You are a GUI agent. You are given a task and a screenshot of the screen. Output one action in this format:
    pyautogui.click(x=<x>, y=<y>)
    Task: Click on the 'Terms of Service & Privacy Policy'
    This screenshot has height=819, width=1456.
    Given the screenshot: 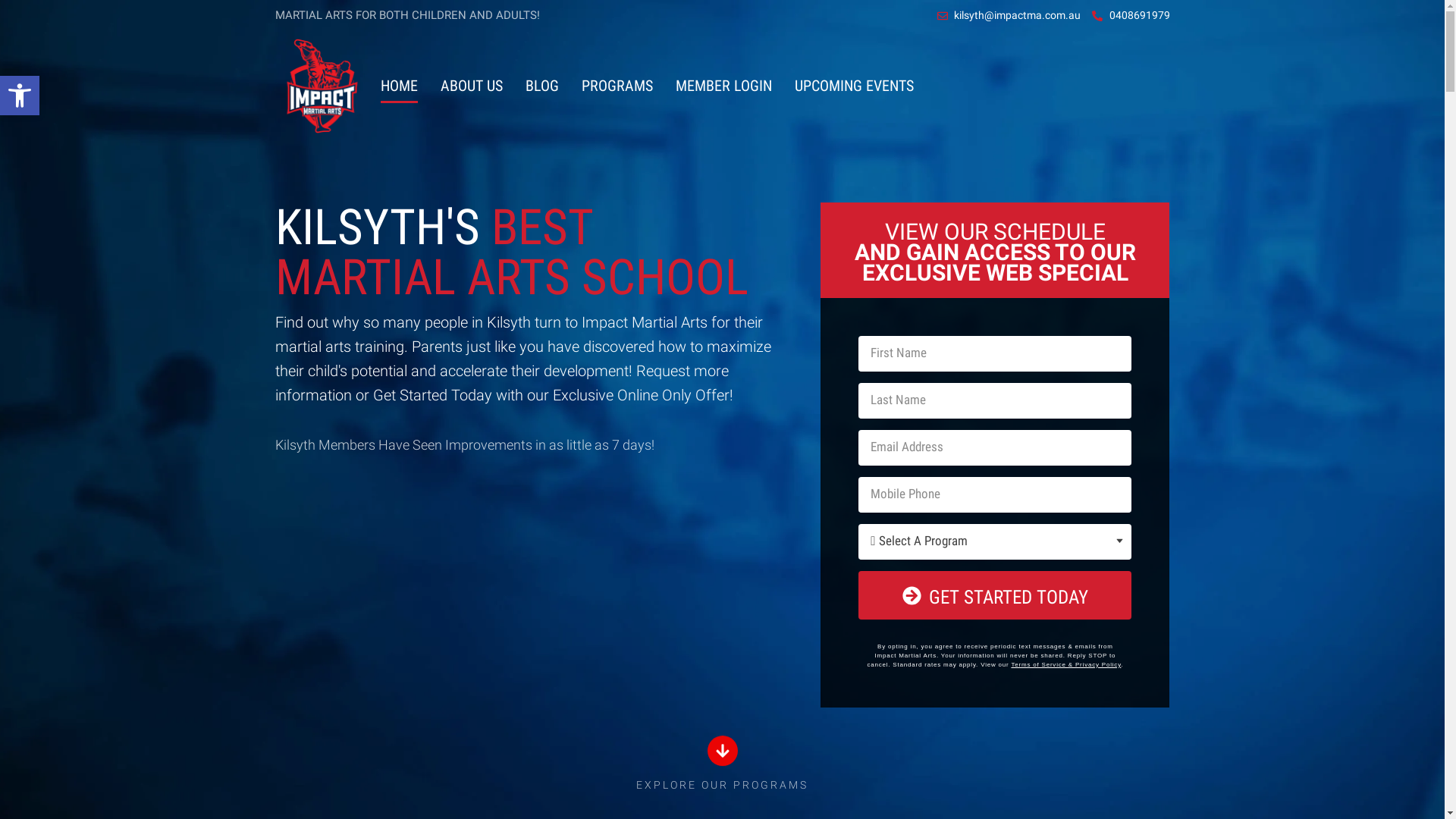 What is the action you would take?
    pyautogui.click(x=1065, y=664)
    